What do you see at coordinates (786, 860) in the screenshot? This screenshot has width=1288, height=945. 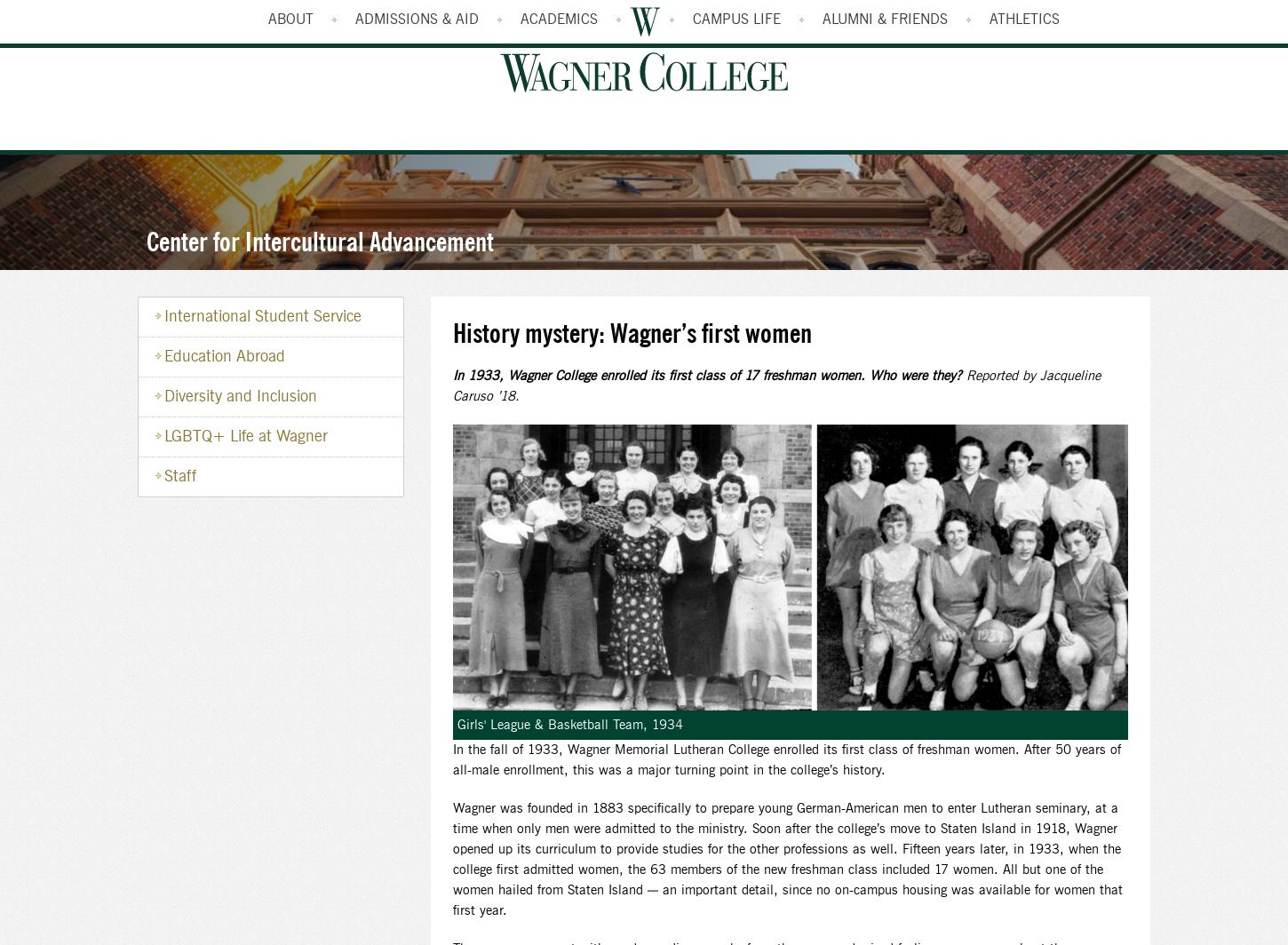 I see `'Wagner was founded in 1883 specifically to prepare young German-American men to enter Lutheran seminary, at a time when only men were admitted to the ministry. Soon after the college’s move to Staten Island in 1918, Wagner opened up its curriculum to provide studies for the other professions as well. Fifteen years later, in 1933, when the college first admitted women, the 63 members of the new freshman class included 17 women. All but one of the women hailed from Staten Island — an important detail, since no on-campus housing was available for women that first year.'` at bounding box center [786, 860].